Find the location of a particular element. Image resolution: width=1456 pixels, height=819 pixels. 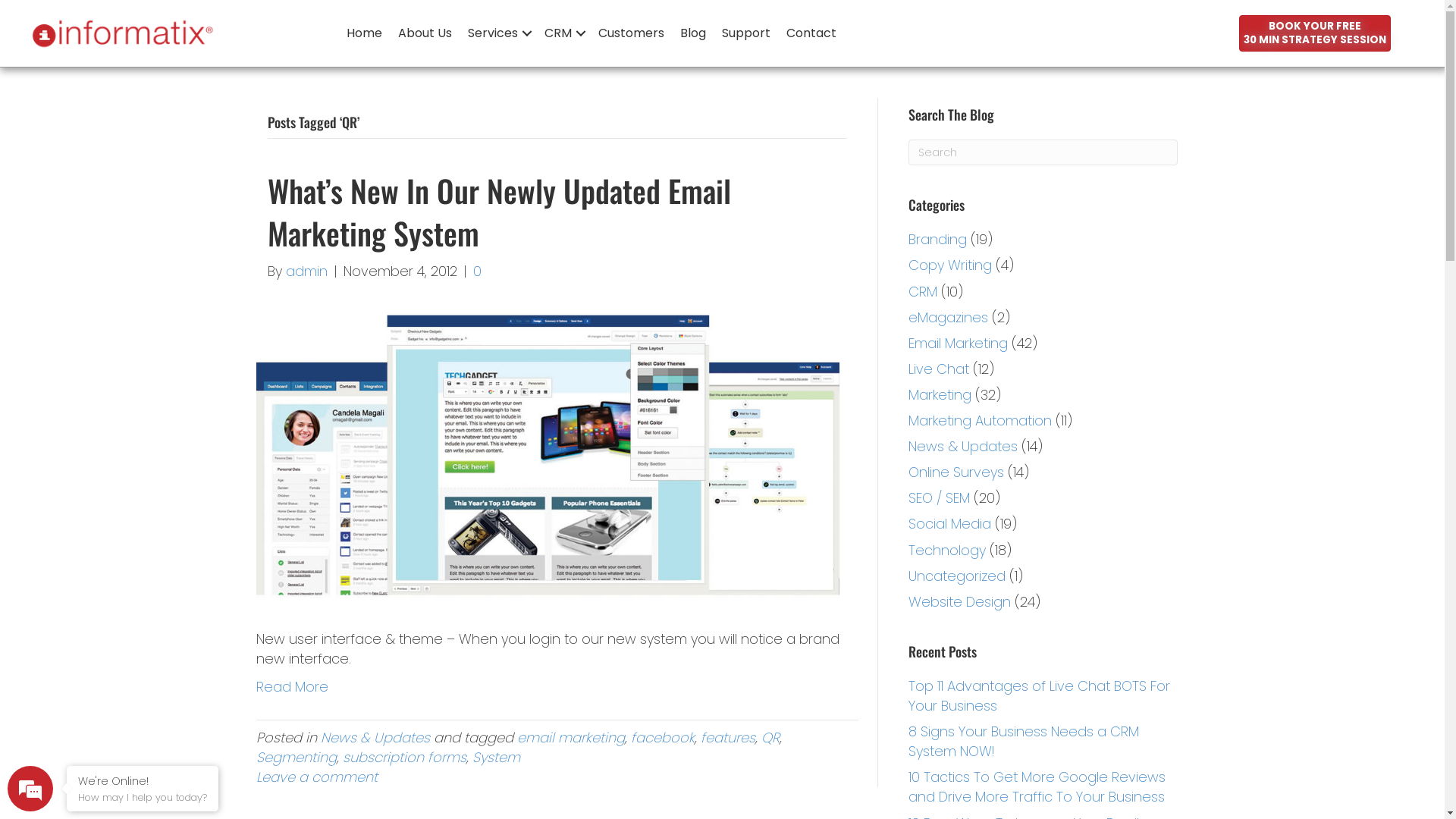

'Technology' is located at coordinates (946, 549).